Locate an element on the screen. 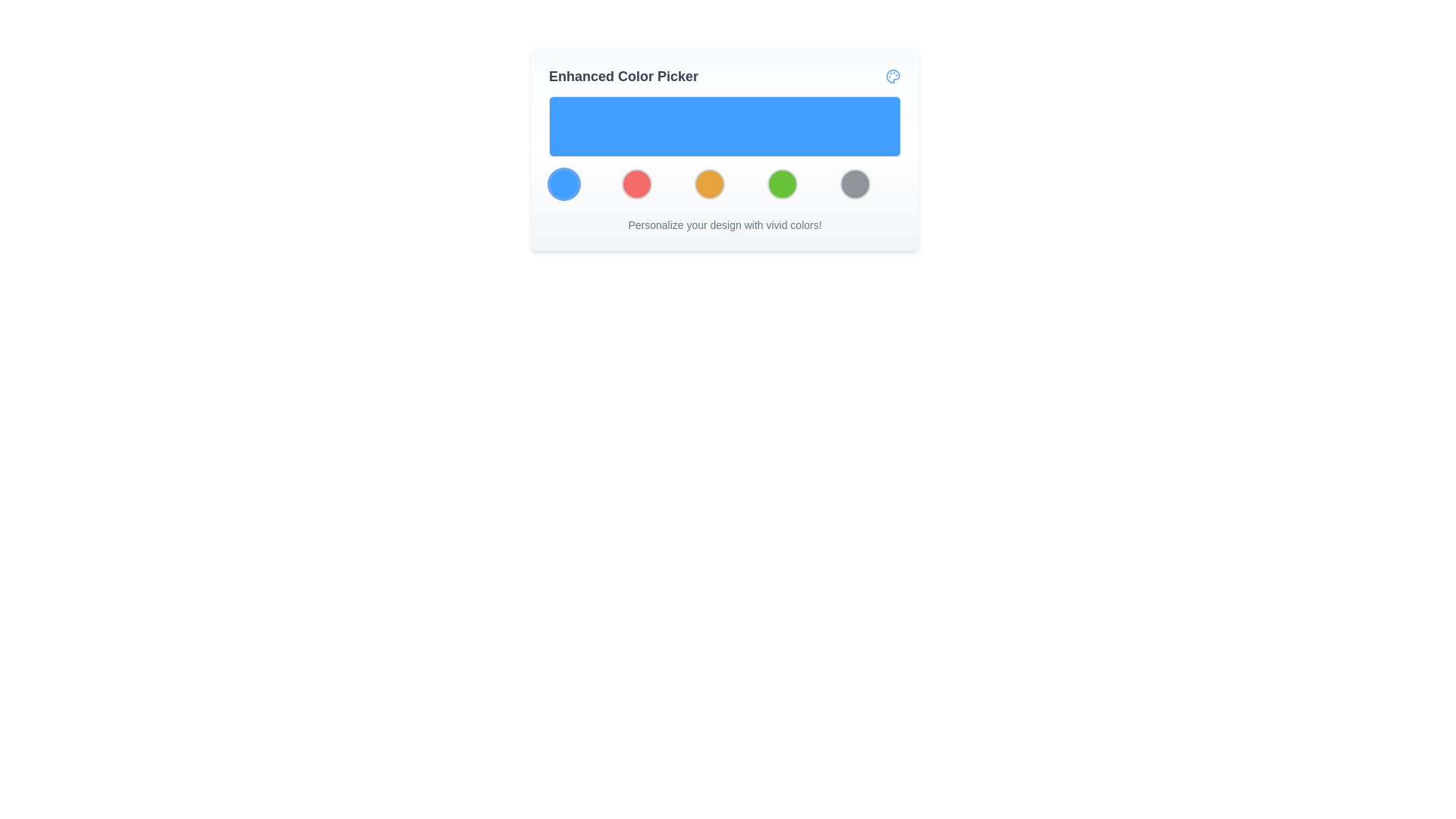 Image resolution: width=1456 pixels, height=819 pixels. the third circular button with an orange color is located at coordinates (709, 184).